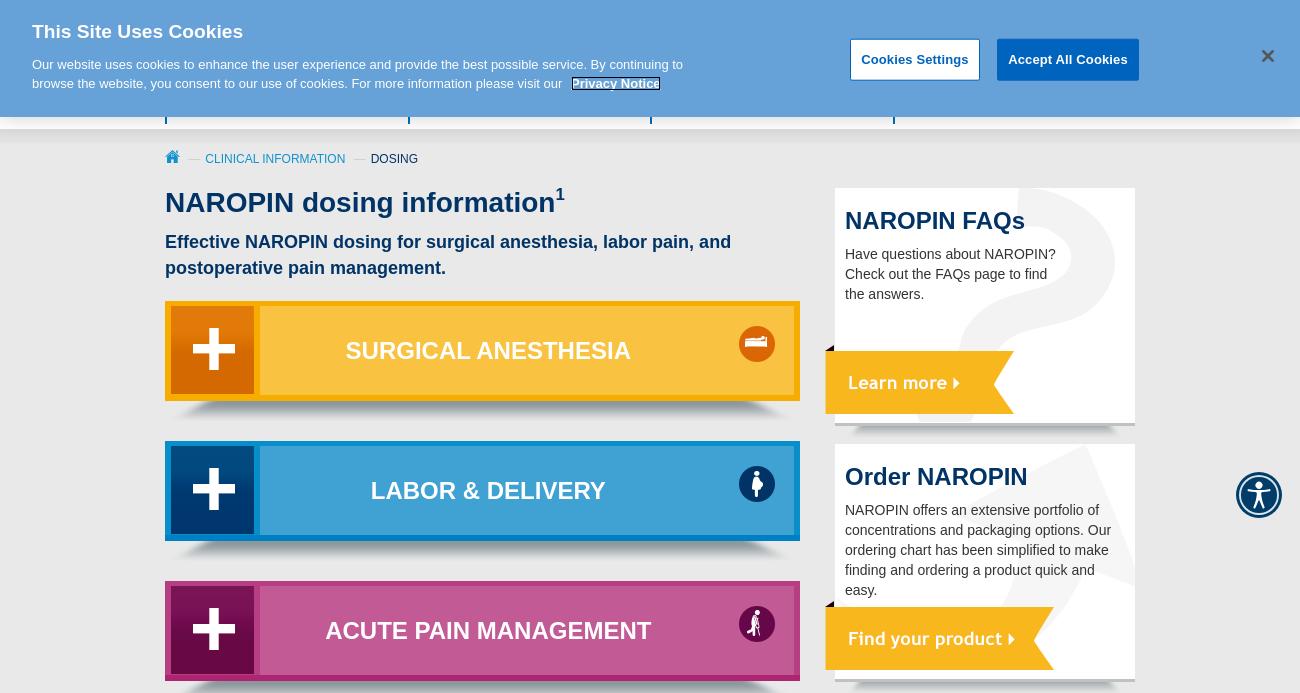 The image size is (1300, 693). Describe the element at coordinates (950, 252) in the screenshot. I see `'Have questions about NAROPIN?'` at that location.